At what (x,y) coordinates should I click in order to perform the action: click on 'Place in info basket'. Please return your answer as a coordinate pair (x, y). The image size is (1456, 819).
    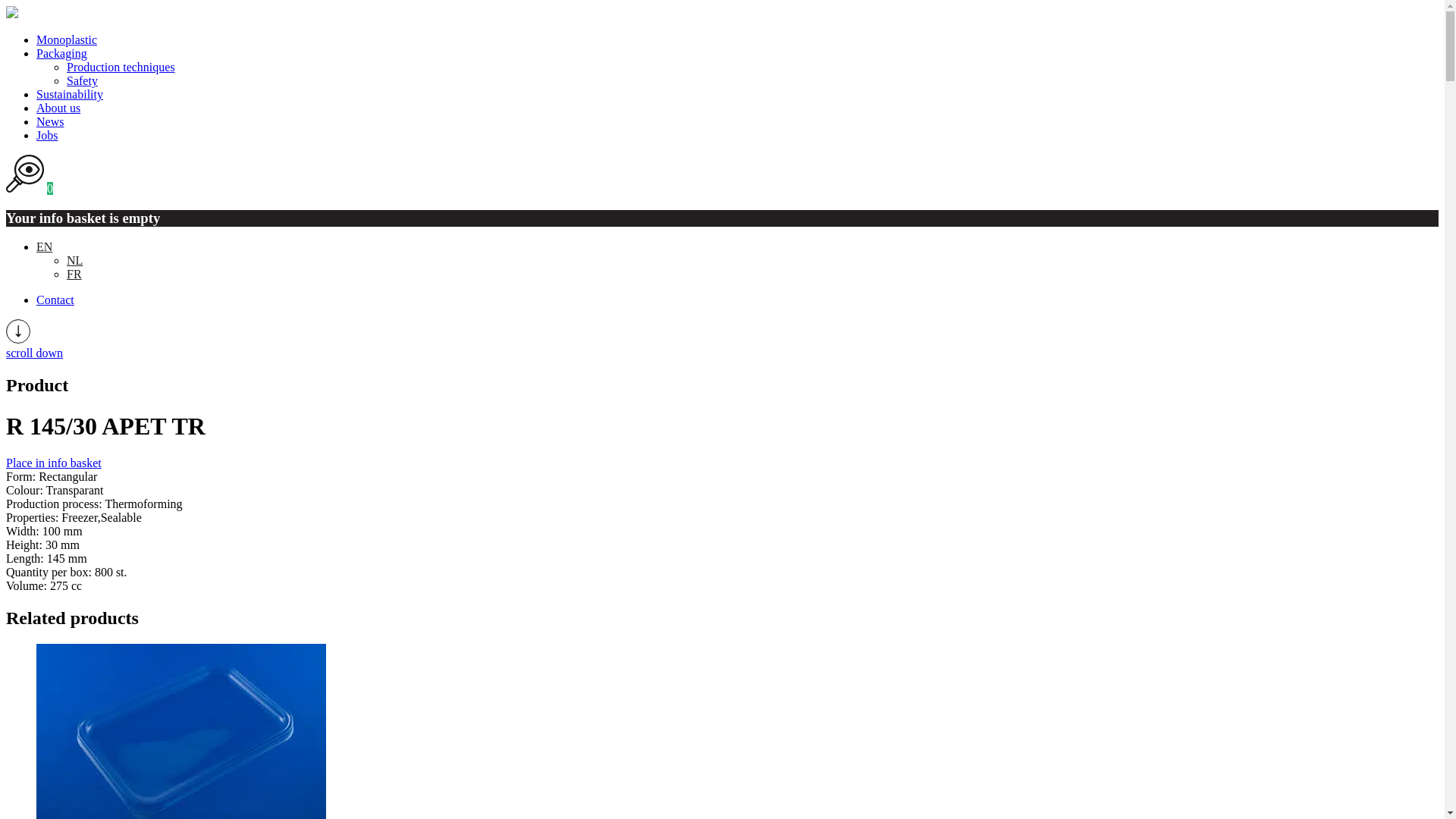
    Looking at the image, I should click on (6, 462).